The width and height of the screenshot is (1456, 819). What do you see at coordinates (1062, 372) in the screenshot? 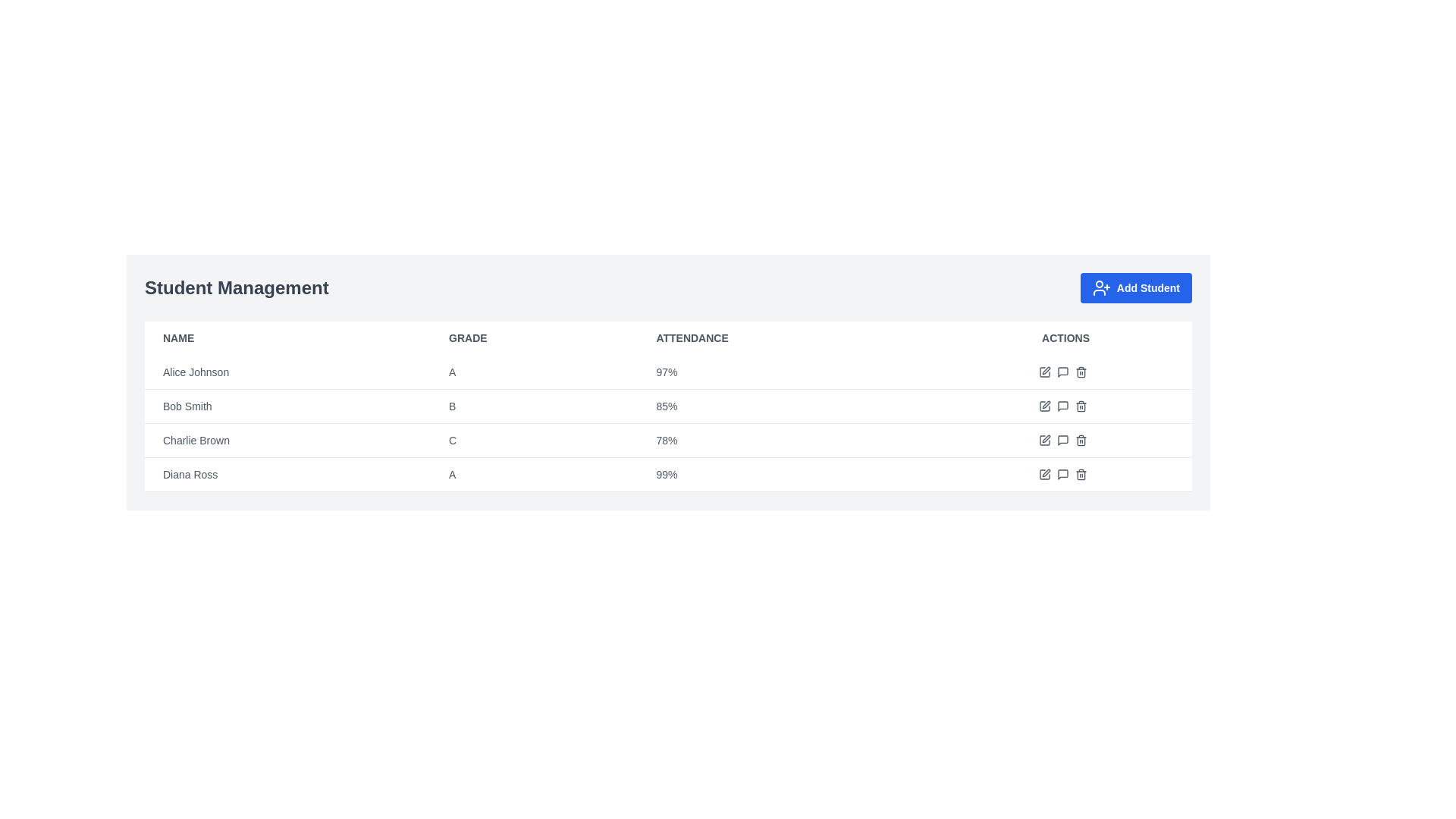
I see `the communication icon button, which is the second icon in the first row of the 'Actions' column within the 'Student Management' table, to initiate communication or feedback` at bounding box center [1062, 372].